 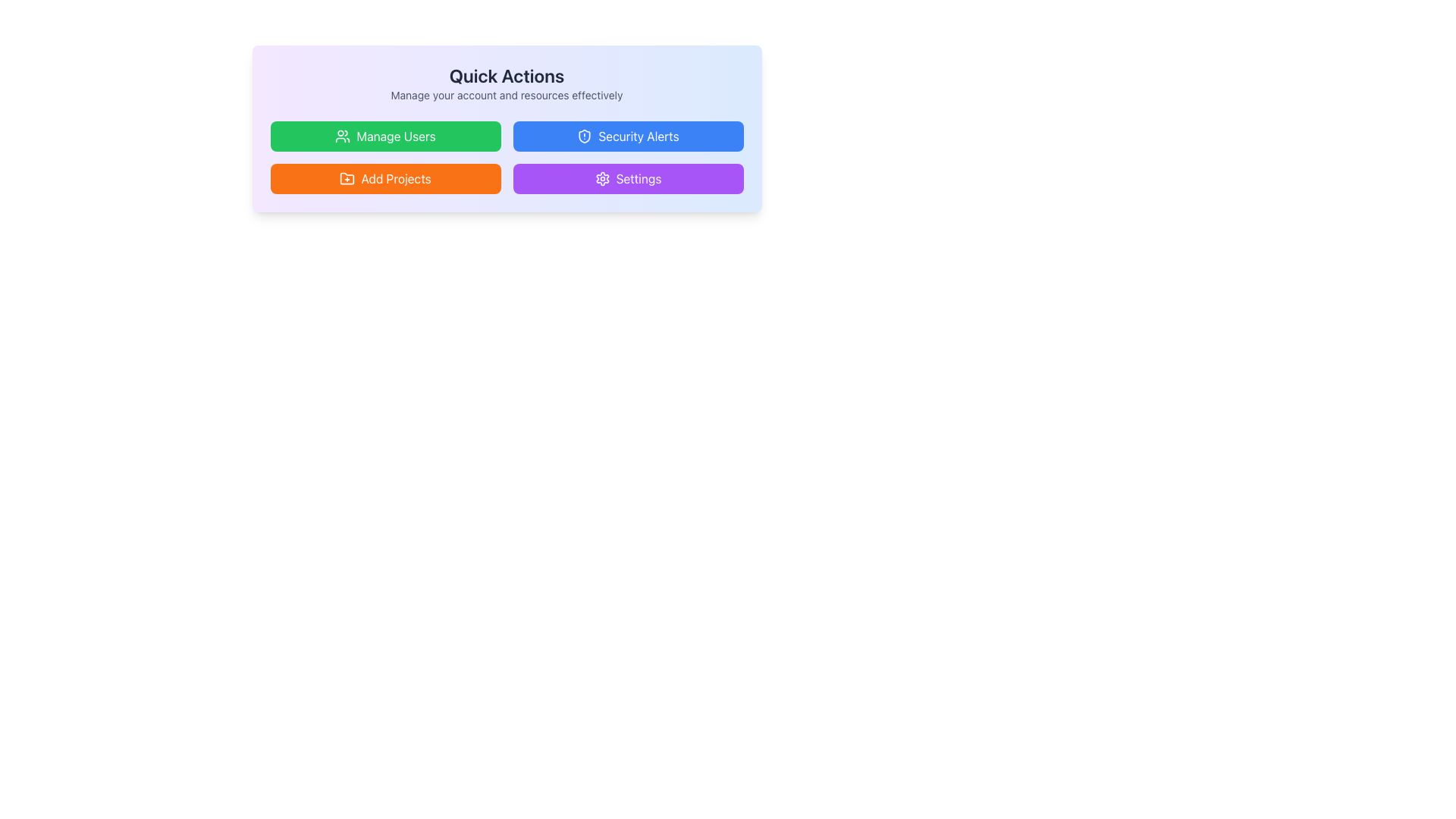 I want to click on the small blue outlined shield icon with an exclamation mark, located to the left of the 'Security Alerts' button in the 'Quick Actions' grid, so click(x=584, y=136).